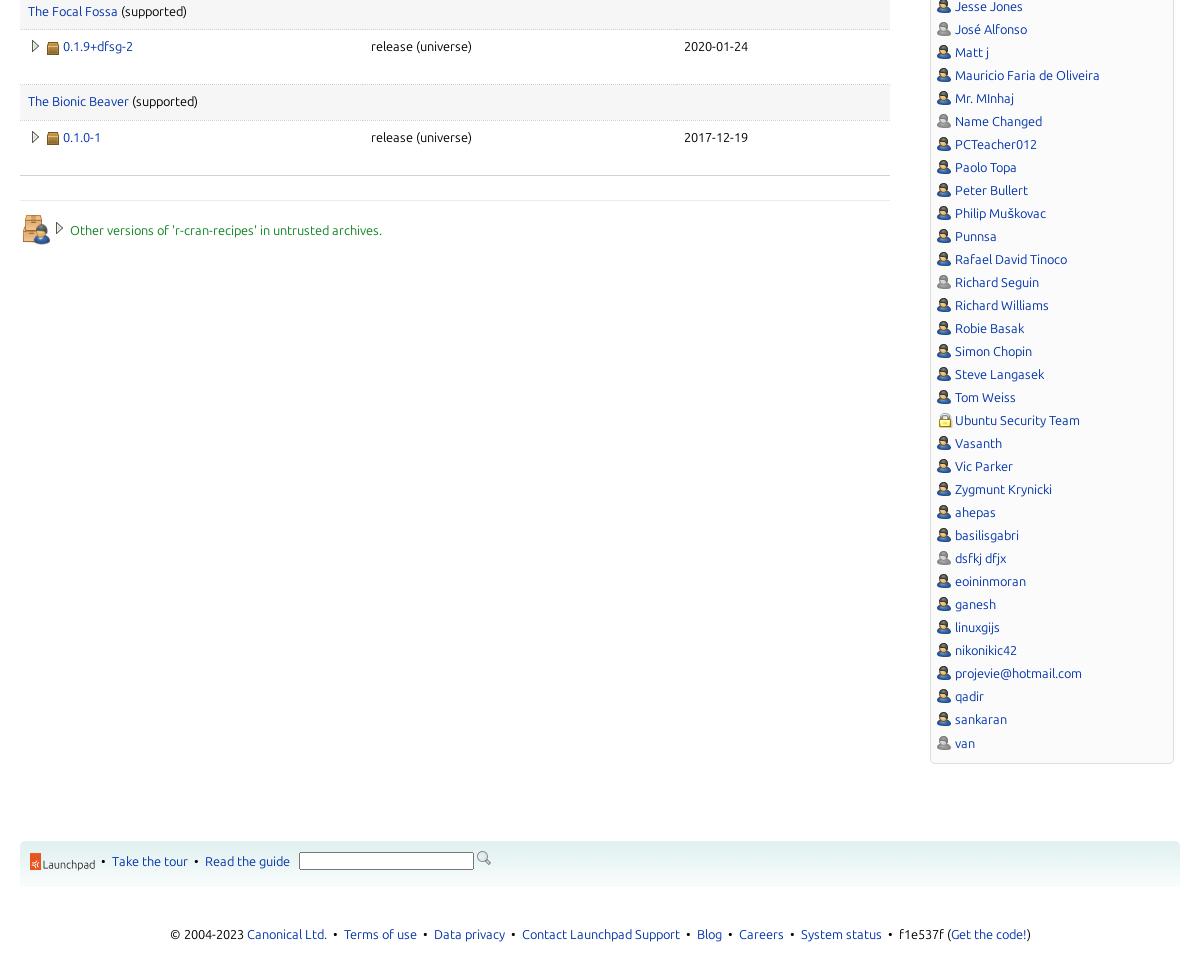 The image size is (1200, 956). I want to click on 'projevie@hotmail.com', so click(1018, 673).